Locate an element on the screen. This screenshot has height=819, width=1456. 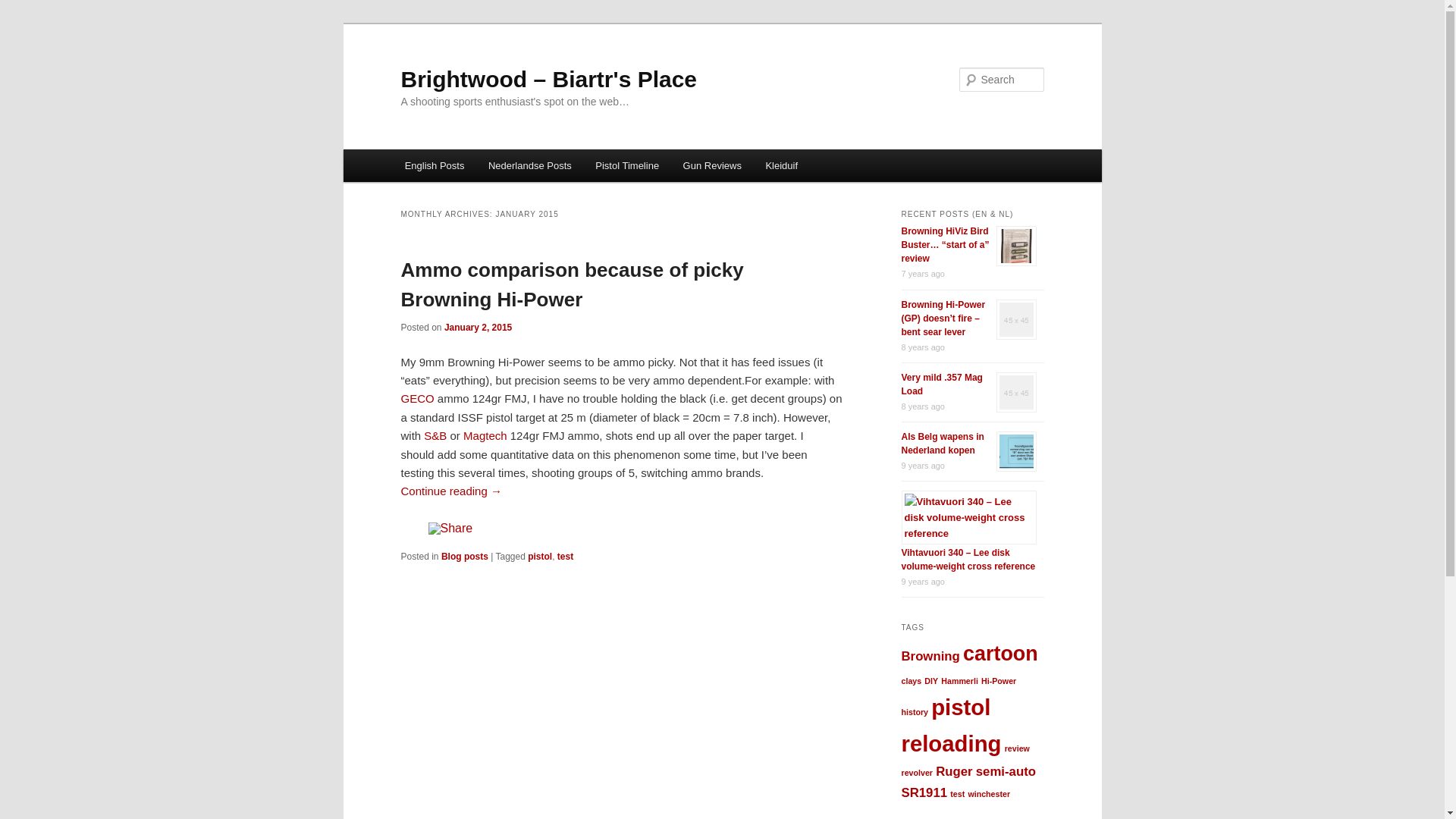
'January 2, 2015' is located at coordinates (443, 327).